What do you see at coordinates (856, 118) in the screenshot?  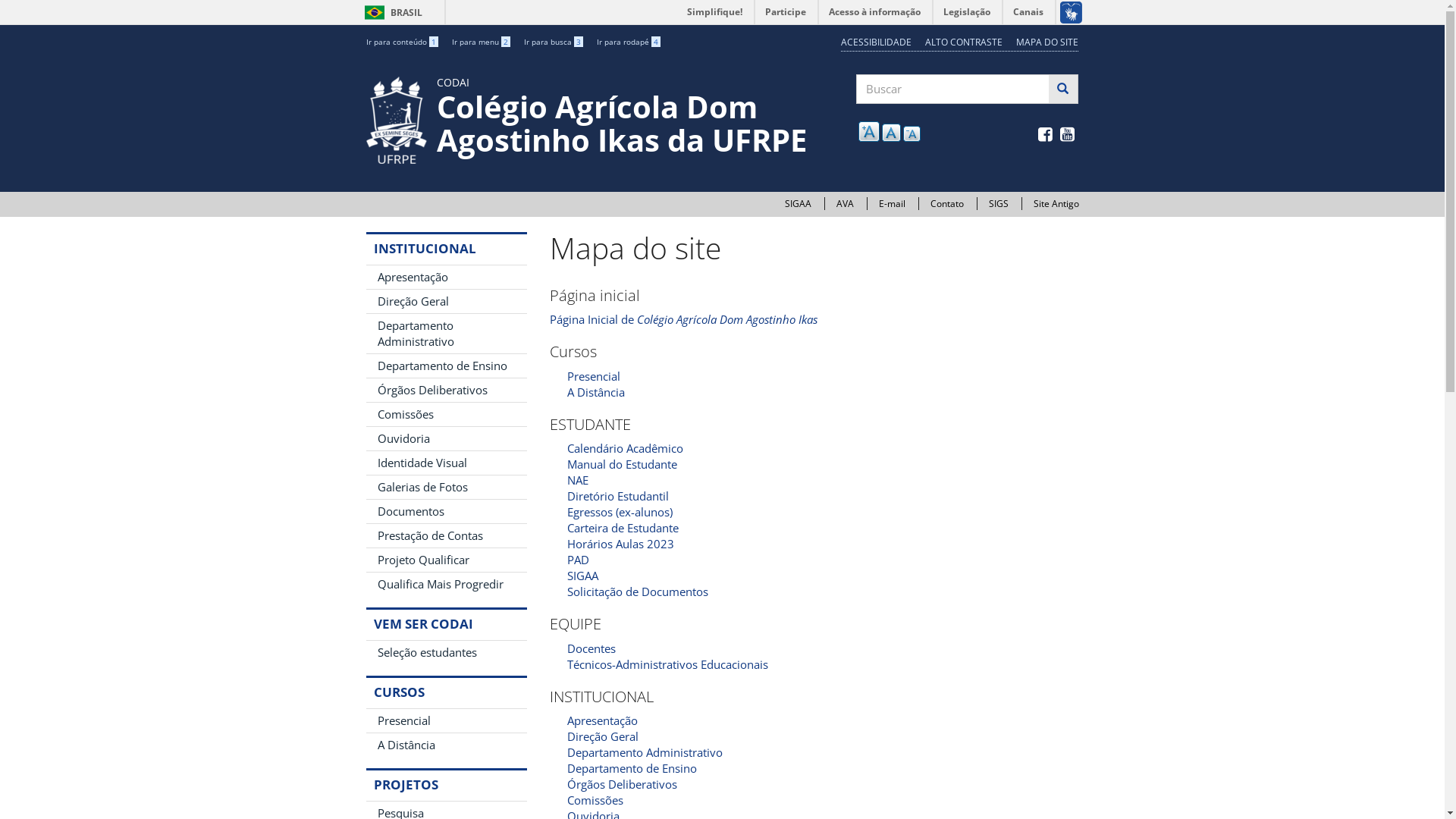 I see `'Buscar'` at bounding box center [856, 118].